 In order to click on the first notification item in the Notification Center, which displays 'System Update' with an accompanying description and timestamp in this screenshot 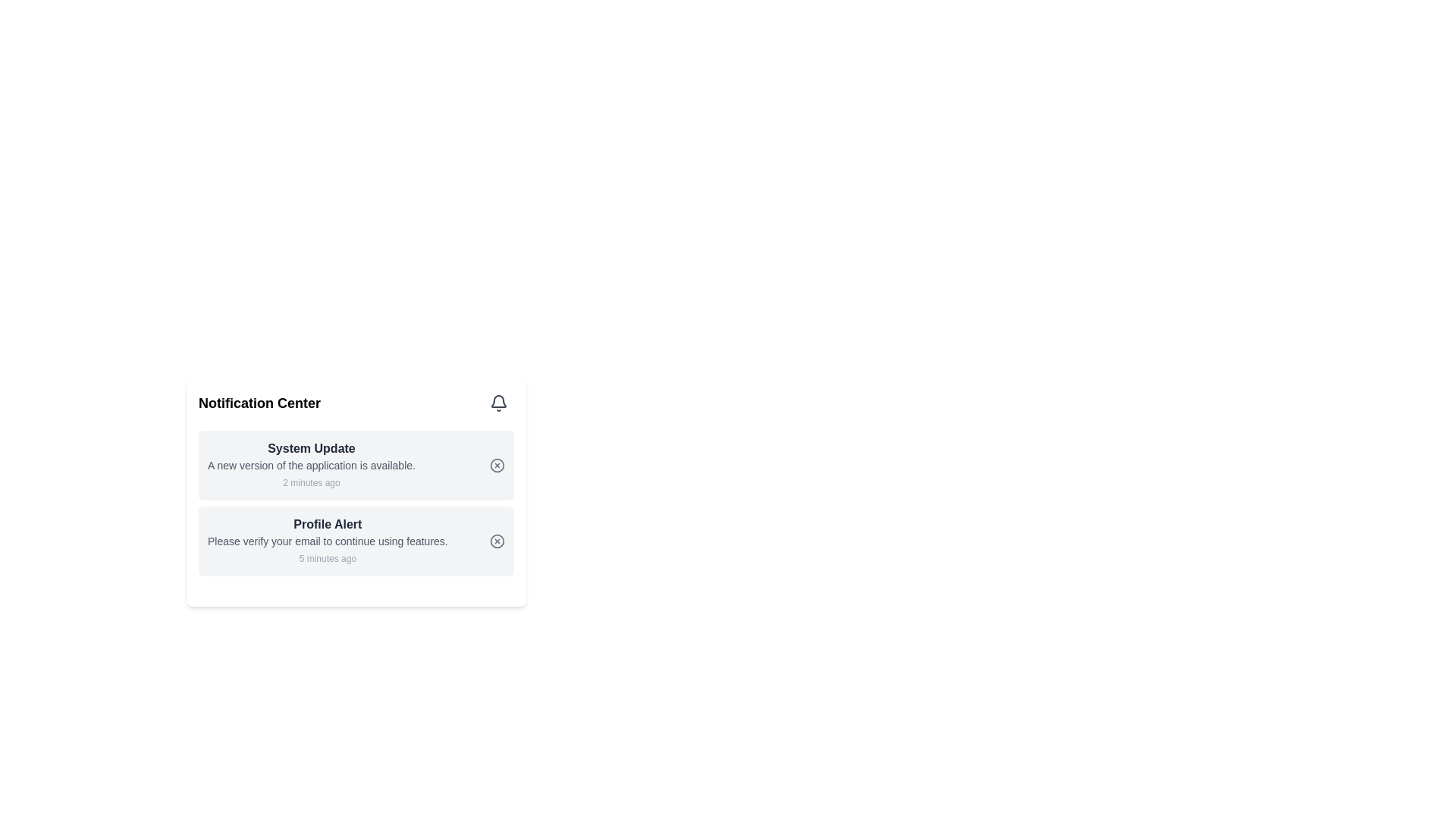, I will do `click(311, 464)`.